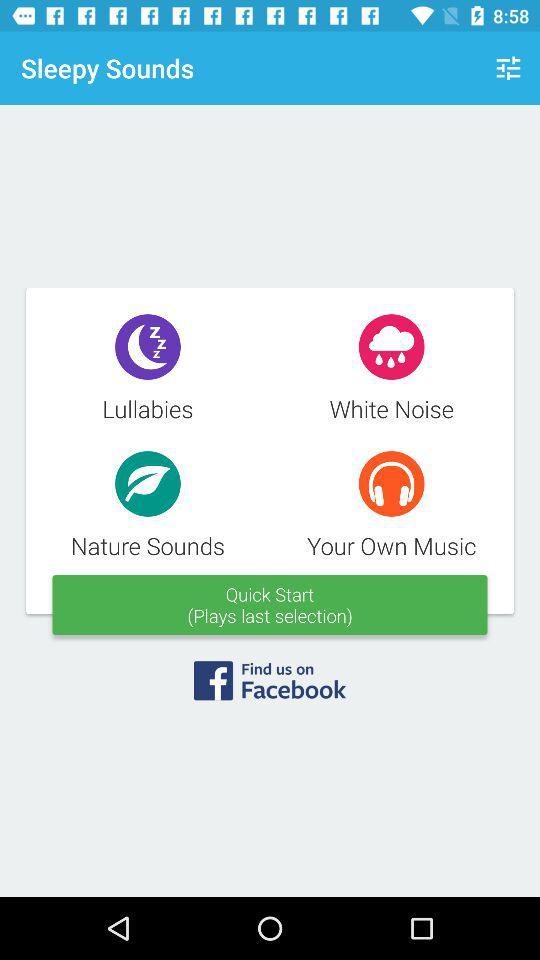 The height and width of the screenshot is (960, 540). What do you see at coordinates (508, 68) in the screenshot?
I see `the item next to the sleepy sounds item` at bounding box center [508, 68].